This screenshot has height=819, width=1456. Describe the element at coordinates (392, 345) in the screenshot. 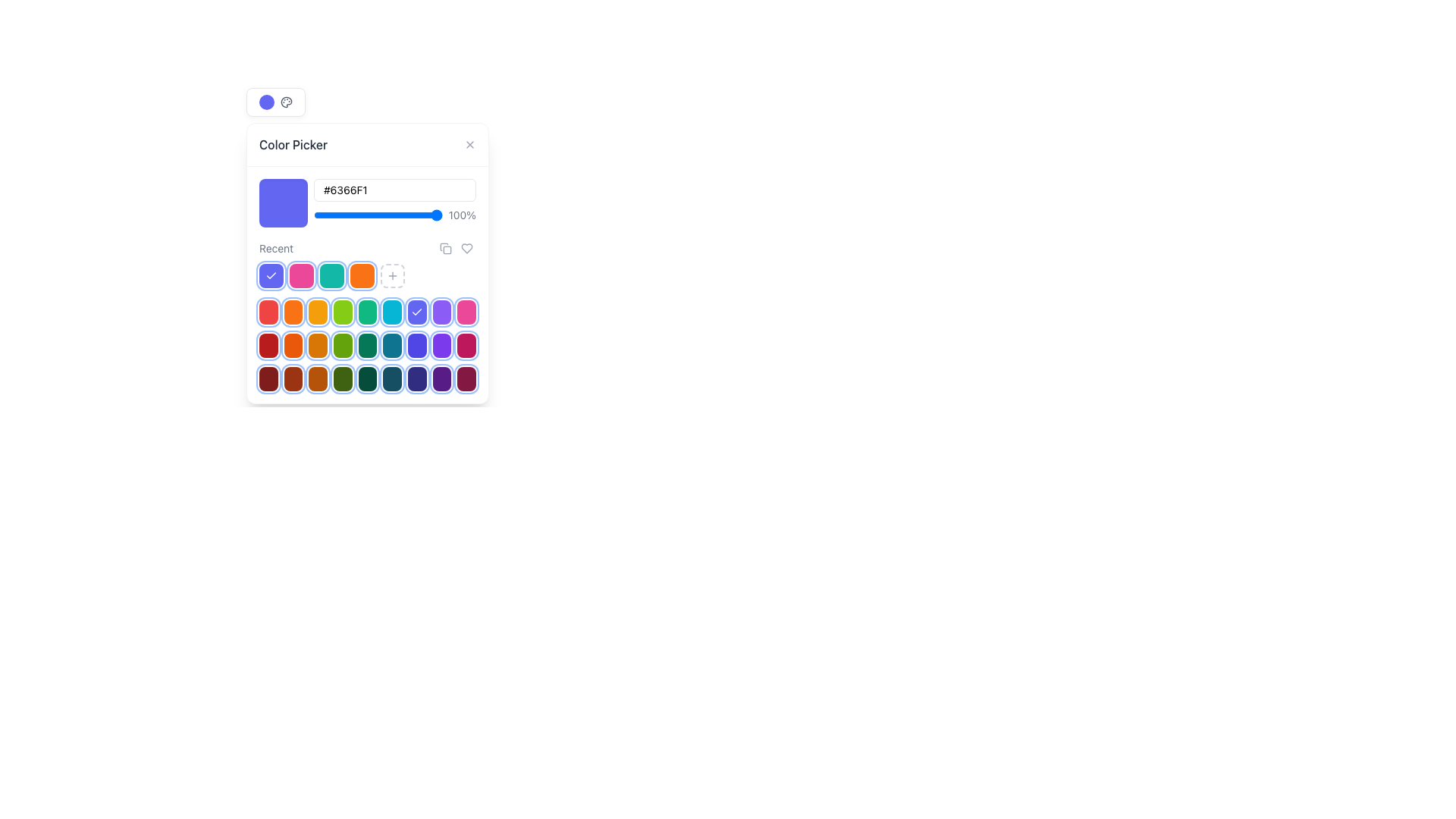

I see `the blue-green color selection button located in the third row and sixth column of the 'Color Picker' popup` at that location.